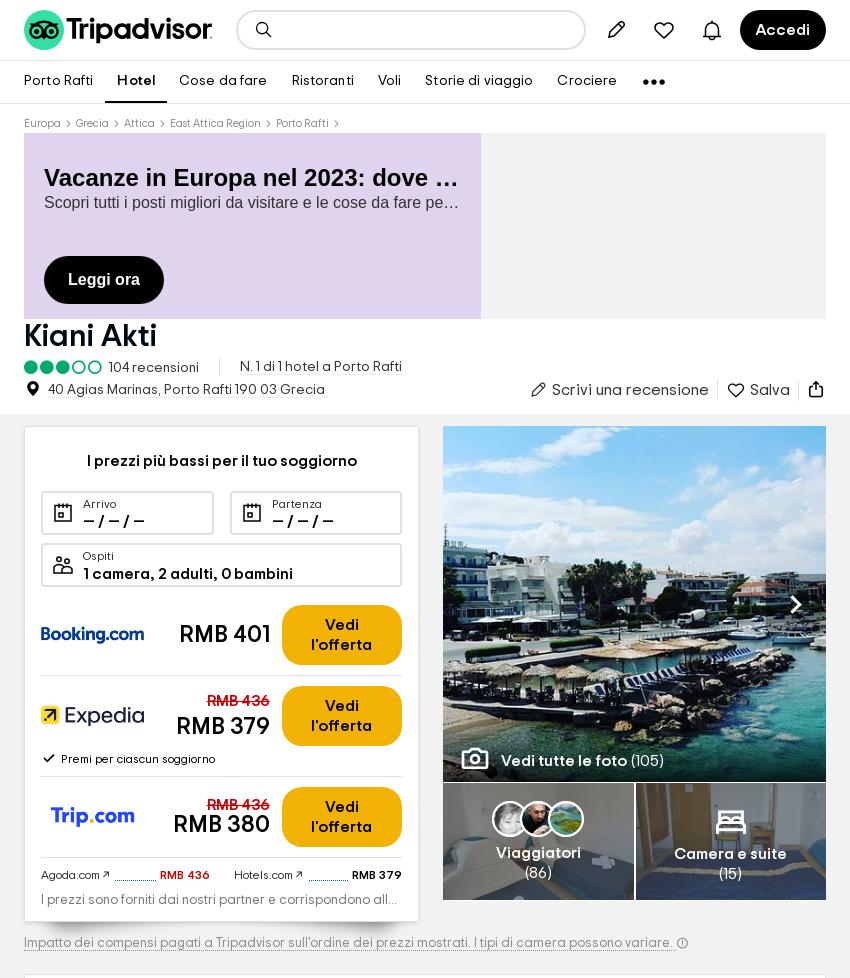 The width and height of the screenshot is (850, 978). What do you see at coordinates (220, 824) in the screenshot?
I see `'RMB 380'` at bounding box center [220, 824].